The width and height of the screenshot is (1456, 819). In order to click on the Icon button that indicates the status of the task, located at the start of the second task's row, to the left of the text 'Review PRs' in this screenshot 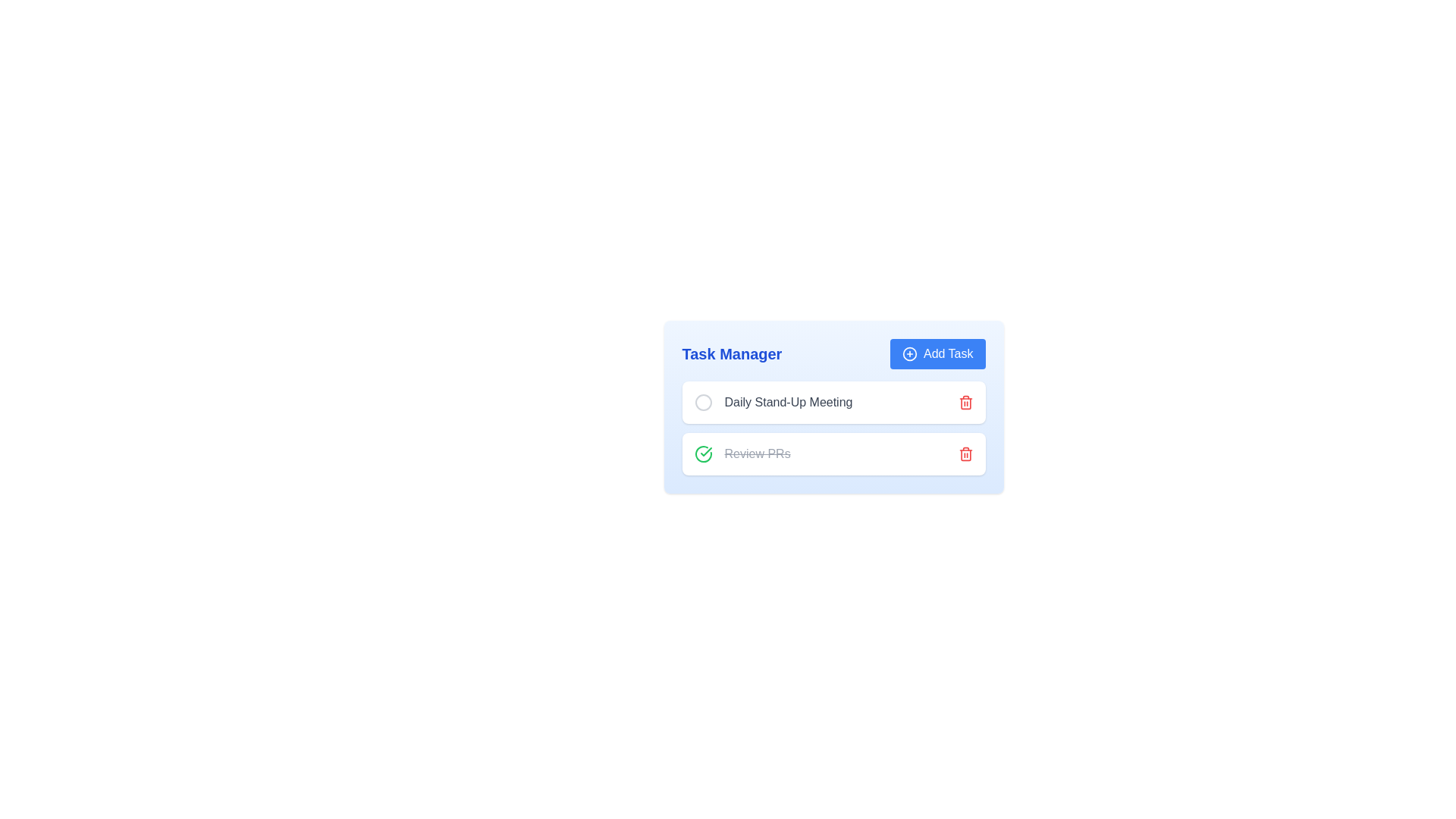, I will do `click(702, 453)`.